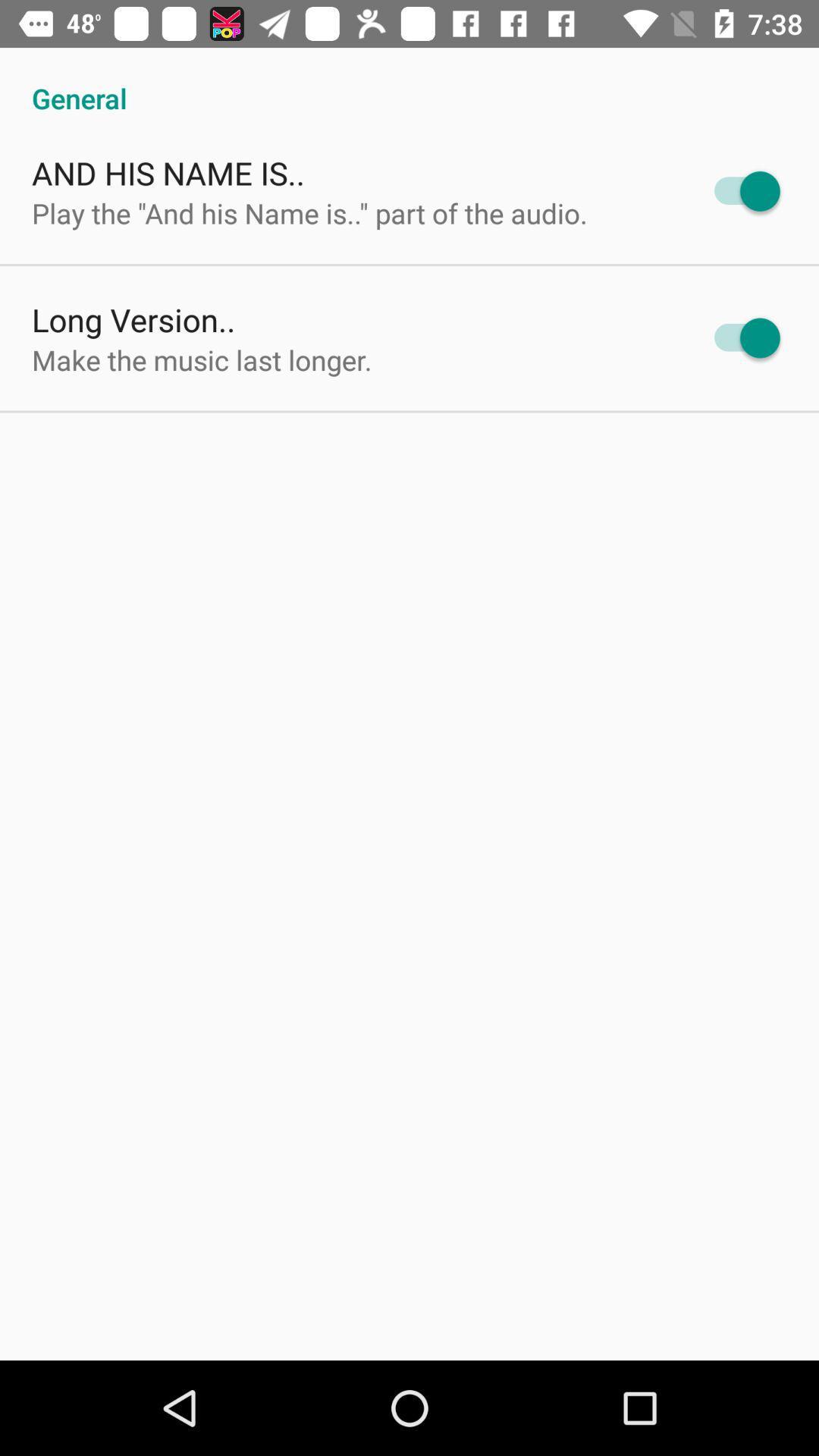 The image size is (819, 1456). What do you see at coordinates (309, 212) in the screenshot?
I see `the icon below the and his name` at bounding box center [309, 212].